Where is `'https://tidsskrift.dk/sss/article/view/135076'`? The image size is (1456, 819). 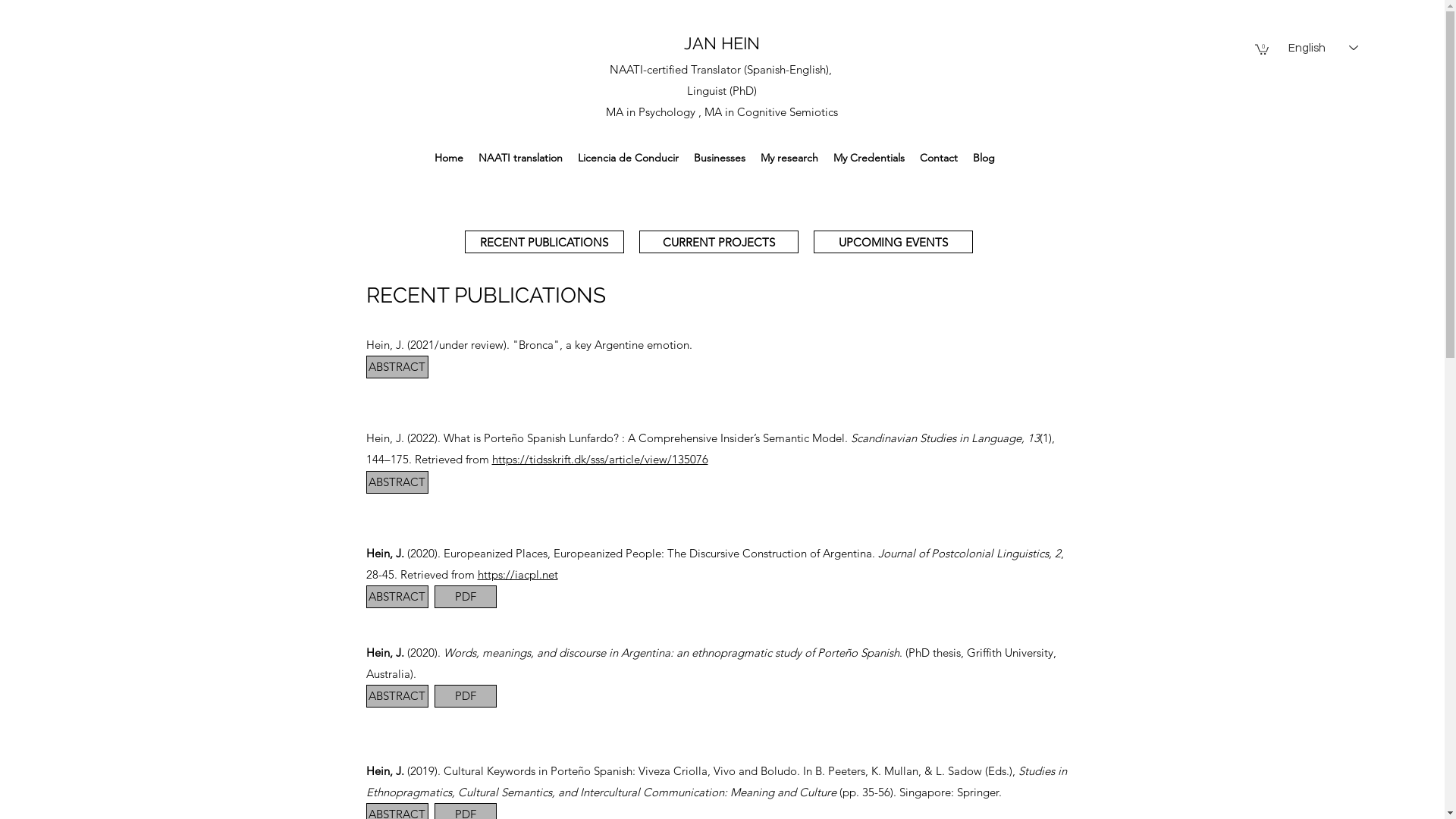
'https://tidsskrift.dk/sss/article/view/135076' is located at coordinates (598, 458).